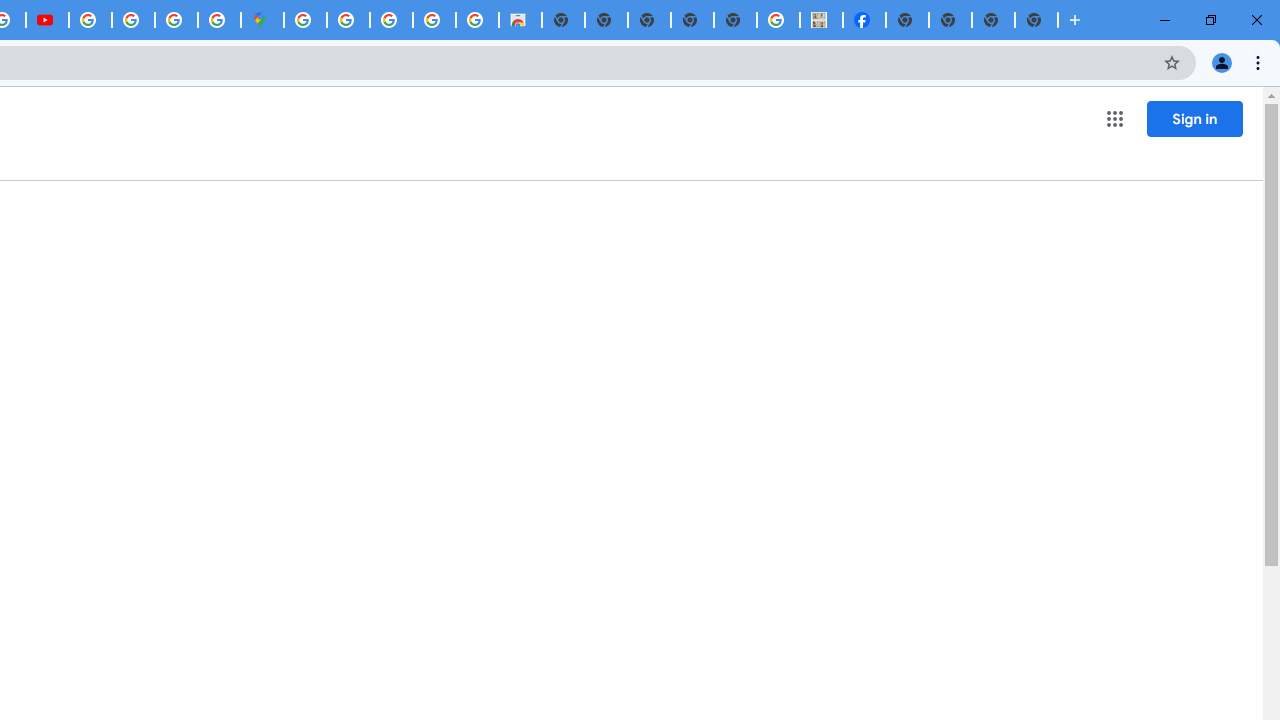  Describe the element at coordinates (1036, 20) in the screenshot. I see `'New Tab'` at that location.